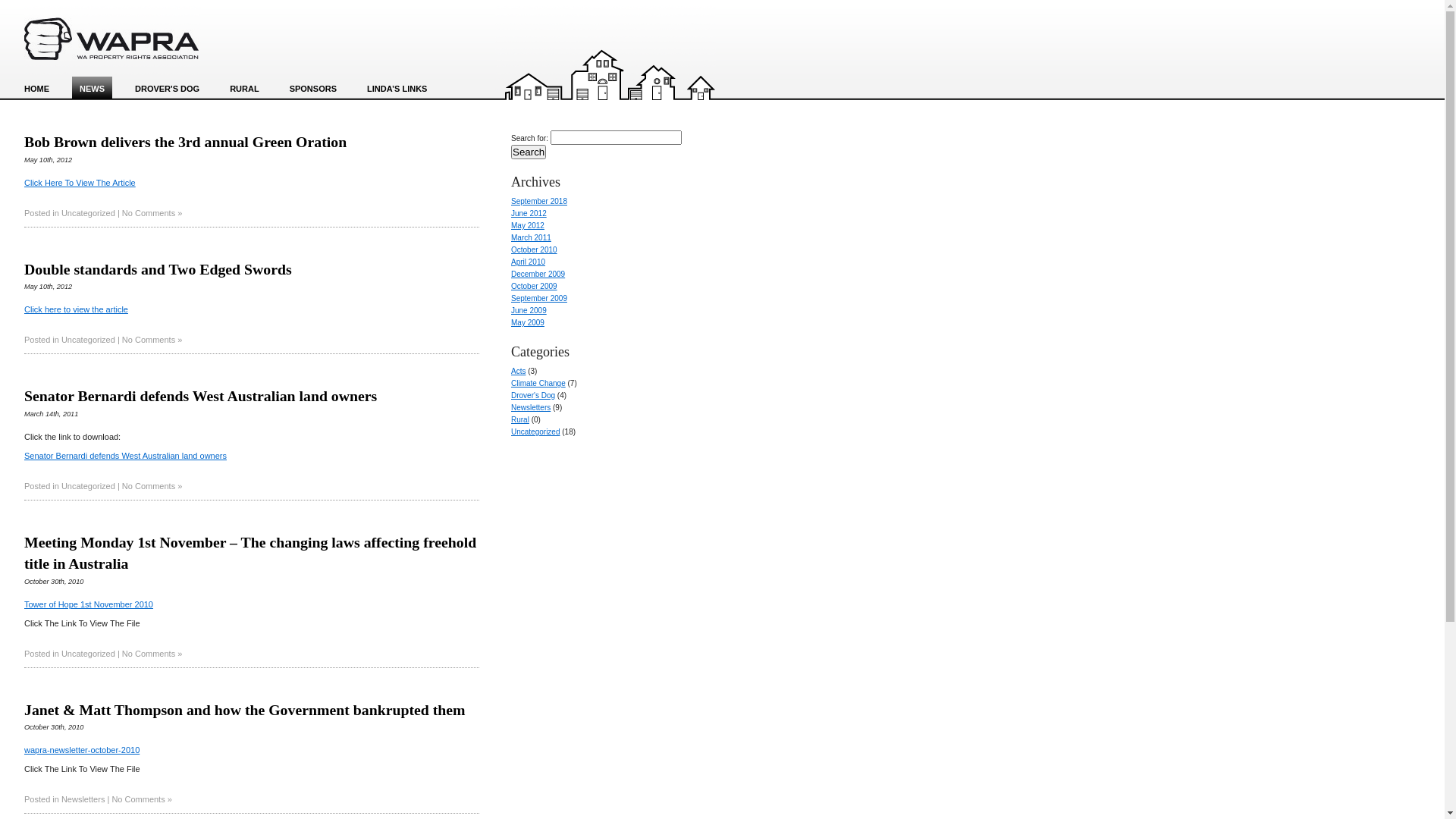 This screenshot has height=819, width=1456. Describe the element at coordinates (518, 371) in the screenshot. I see `'Acts'` at that location.